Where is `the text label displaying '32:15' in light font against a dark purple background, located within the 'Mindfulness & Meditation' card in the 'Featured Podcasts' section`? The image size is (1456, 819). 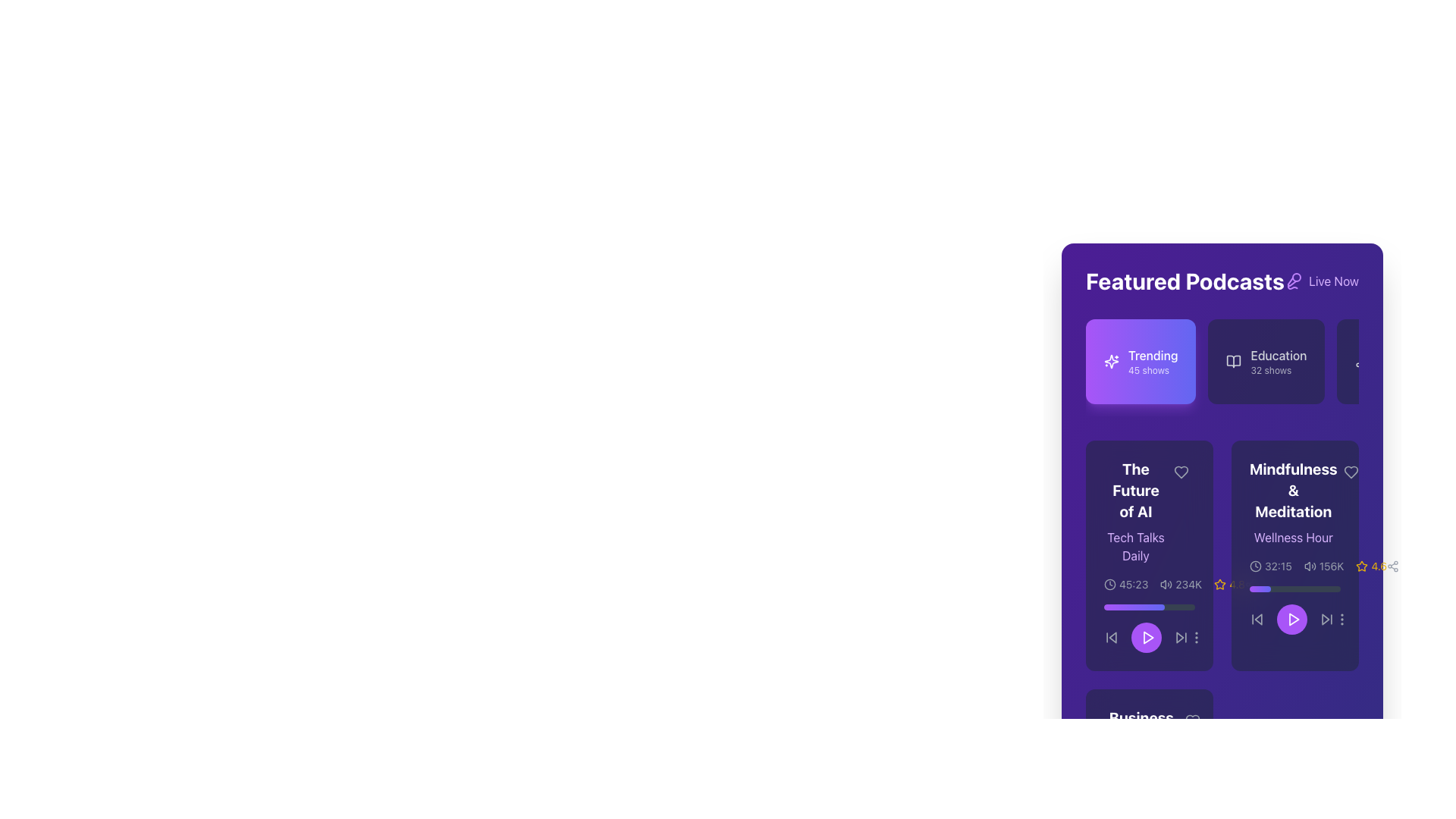
the text label displaying '32:15' in light font against a dark purple background, located within the 'Mindfulness & Meditation' card in the 'Featured Podcasts' section is located at coordinates (1277, 566).